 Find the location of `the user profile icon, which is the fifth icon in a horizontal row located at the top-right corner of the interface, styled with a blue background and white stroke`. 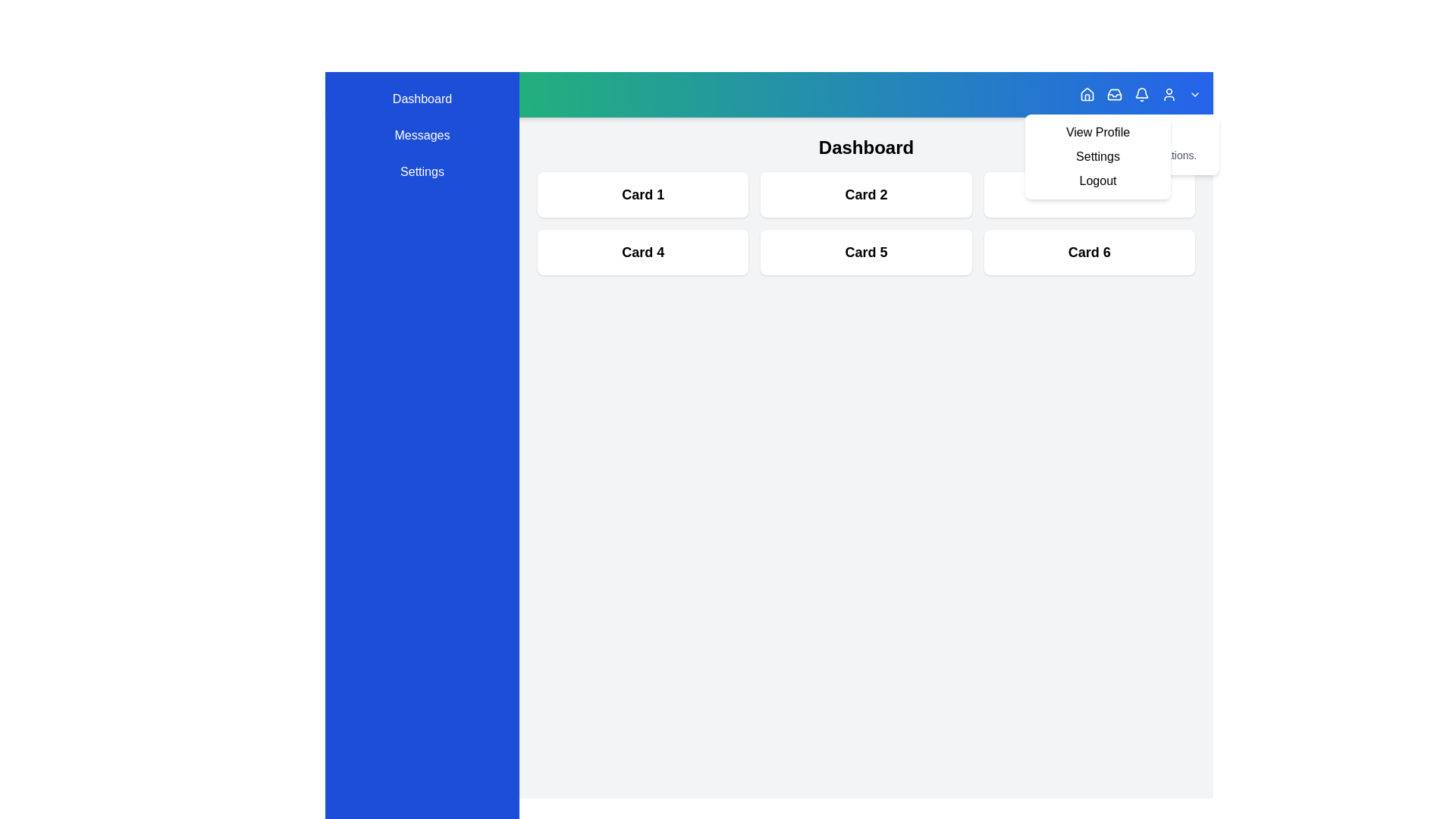

the user profile icon, which is the fifth icon in a horizontal row located at the top-right corner of the interface, styled with a blue background and white stroke is located at coordinates (1168, 94).